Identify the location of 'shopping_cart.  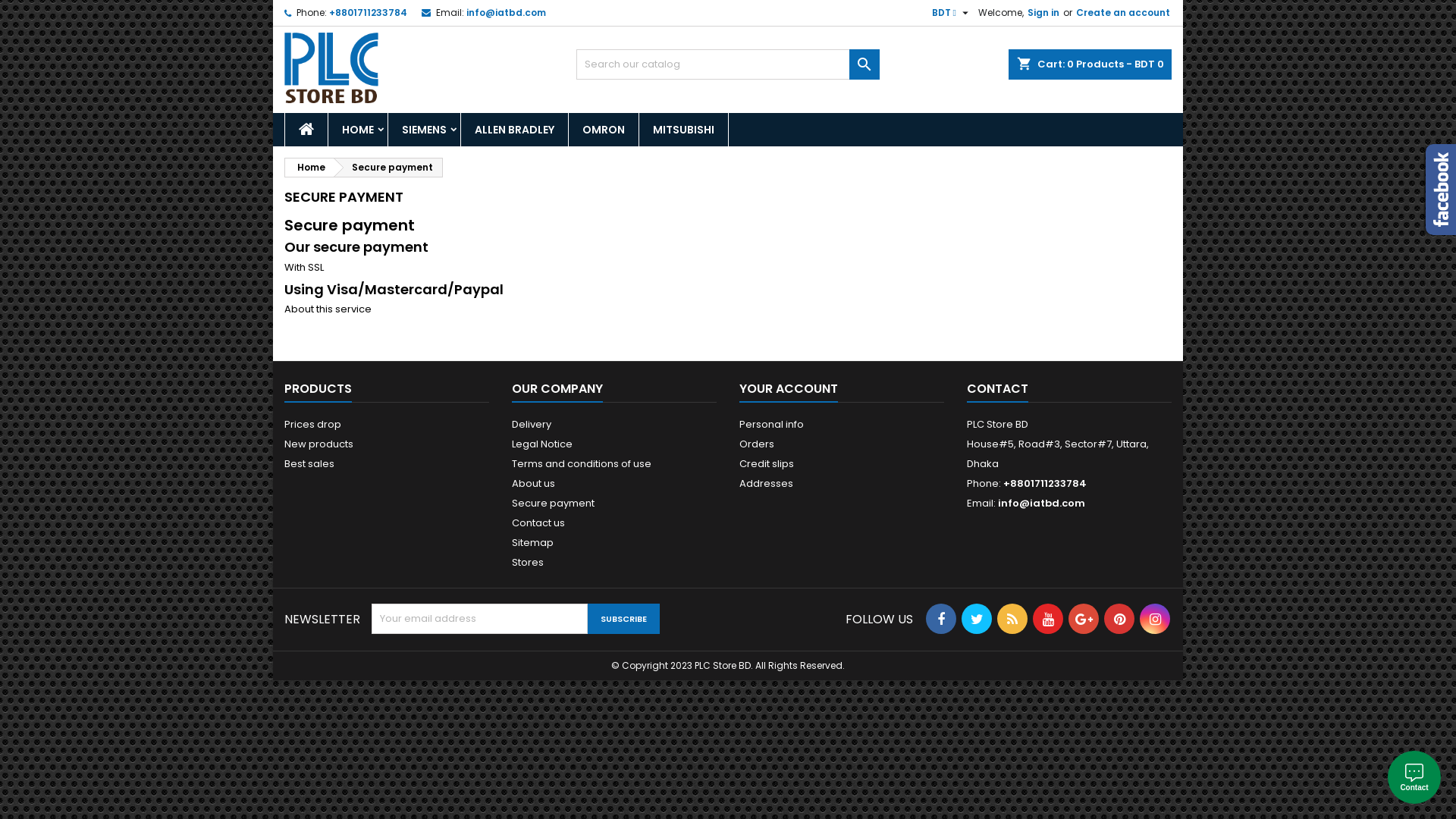
(1089, 63).